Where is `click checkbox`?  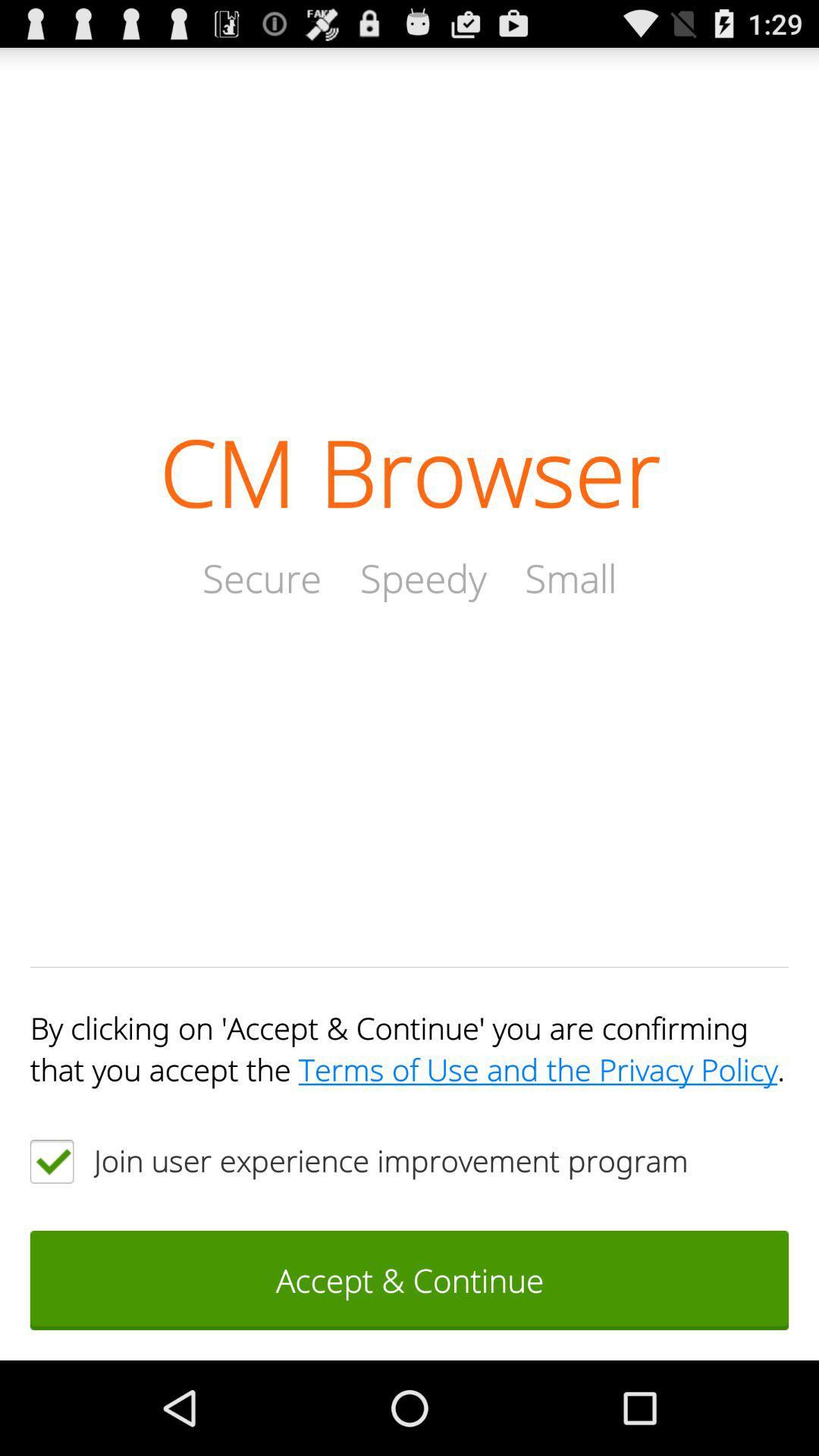 click checkbox is located at coordinates (51, 1160).